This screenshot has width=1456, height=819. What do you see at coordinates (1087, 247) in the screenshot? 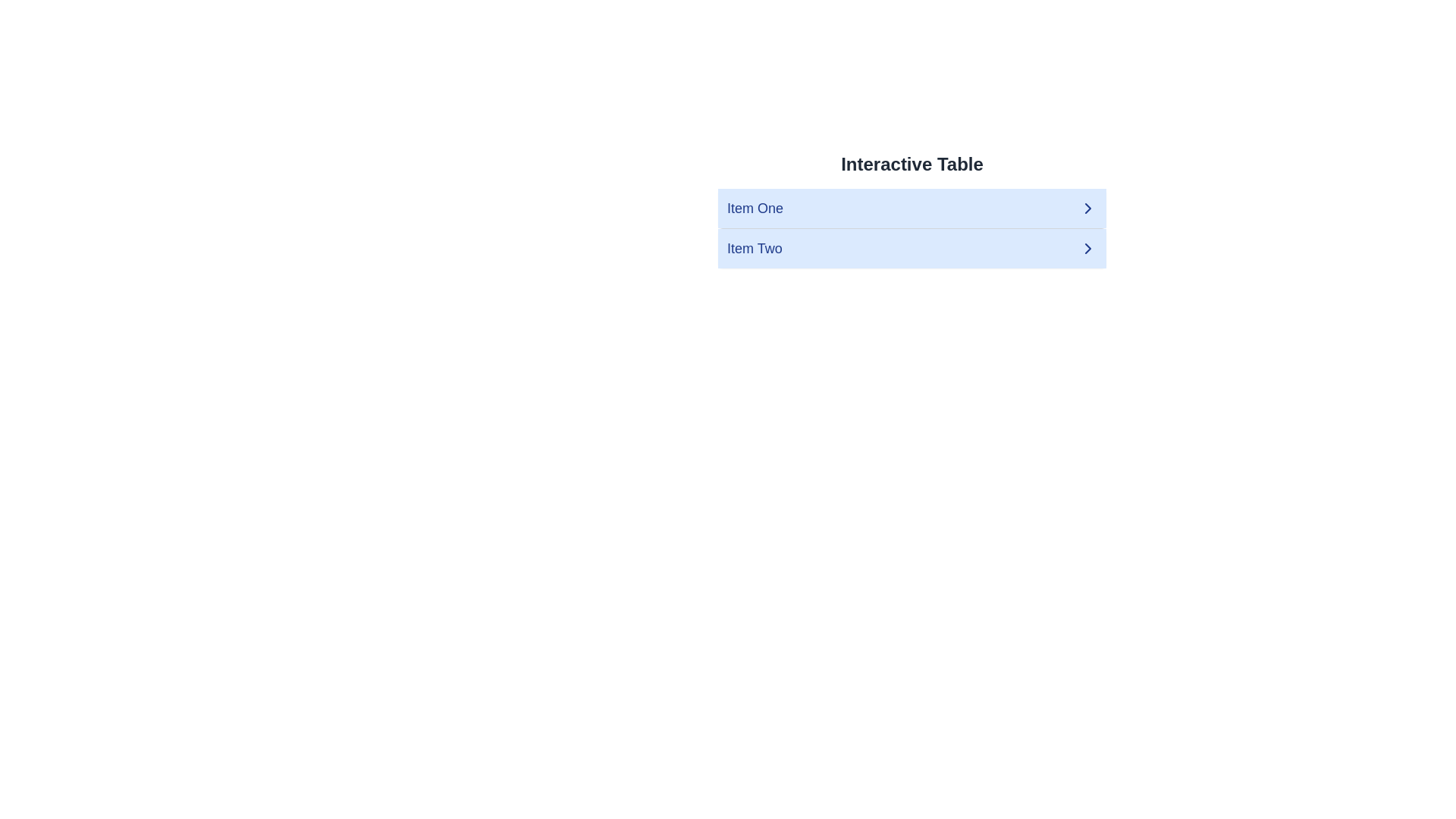
I see `the right-pointing chevron icon in the 'Item Two' row` at bounding box center [1087, 247].